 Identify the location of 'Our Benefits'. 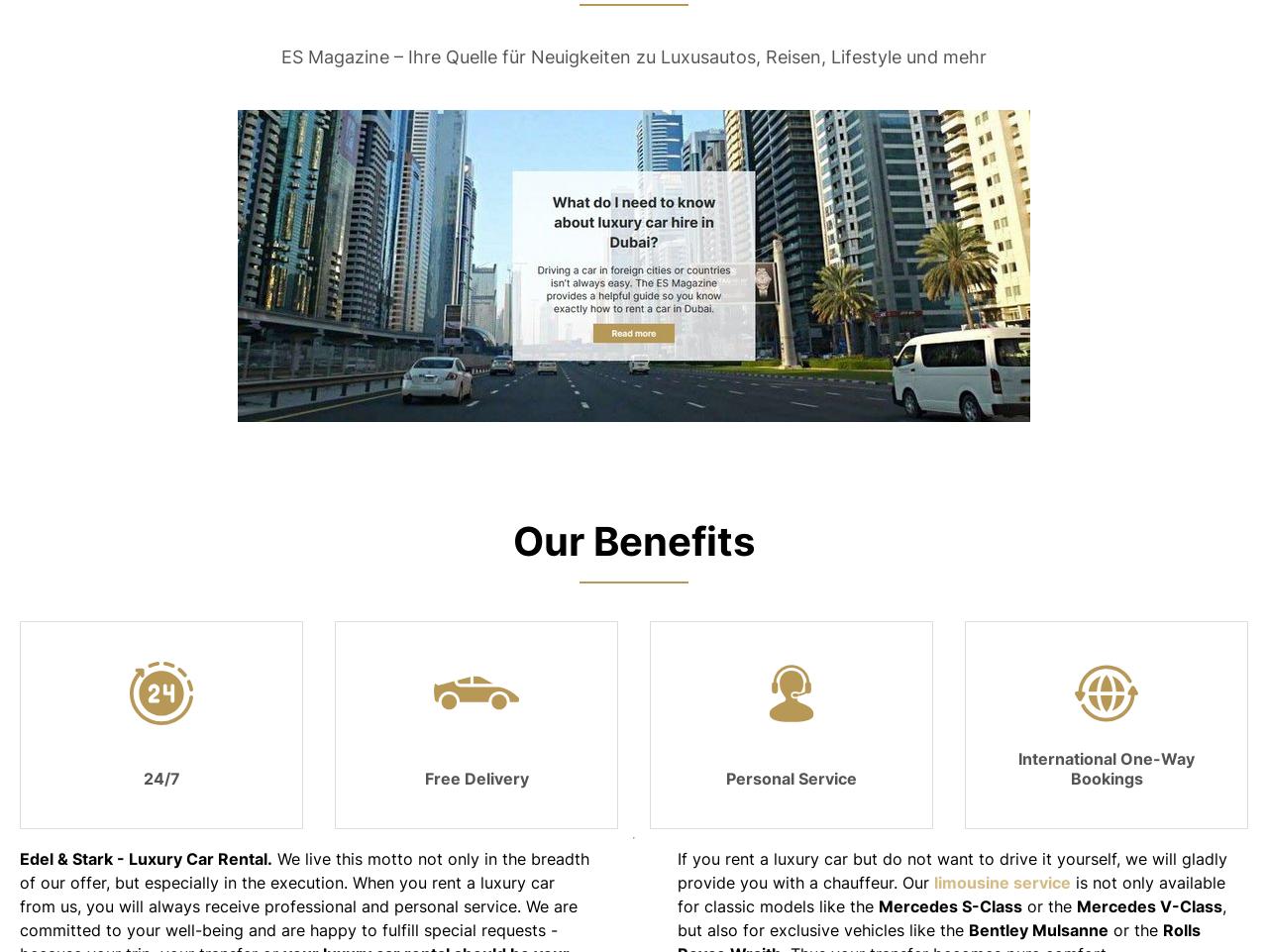
(634, 539).